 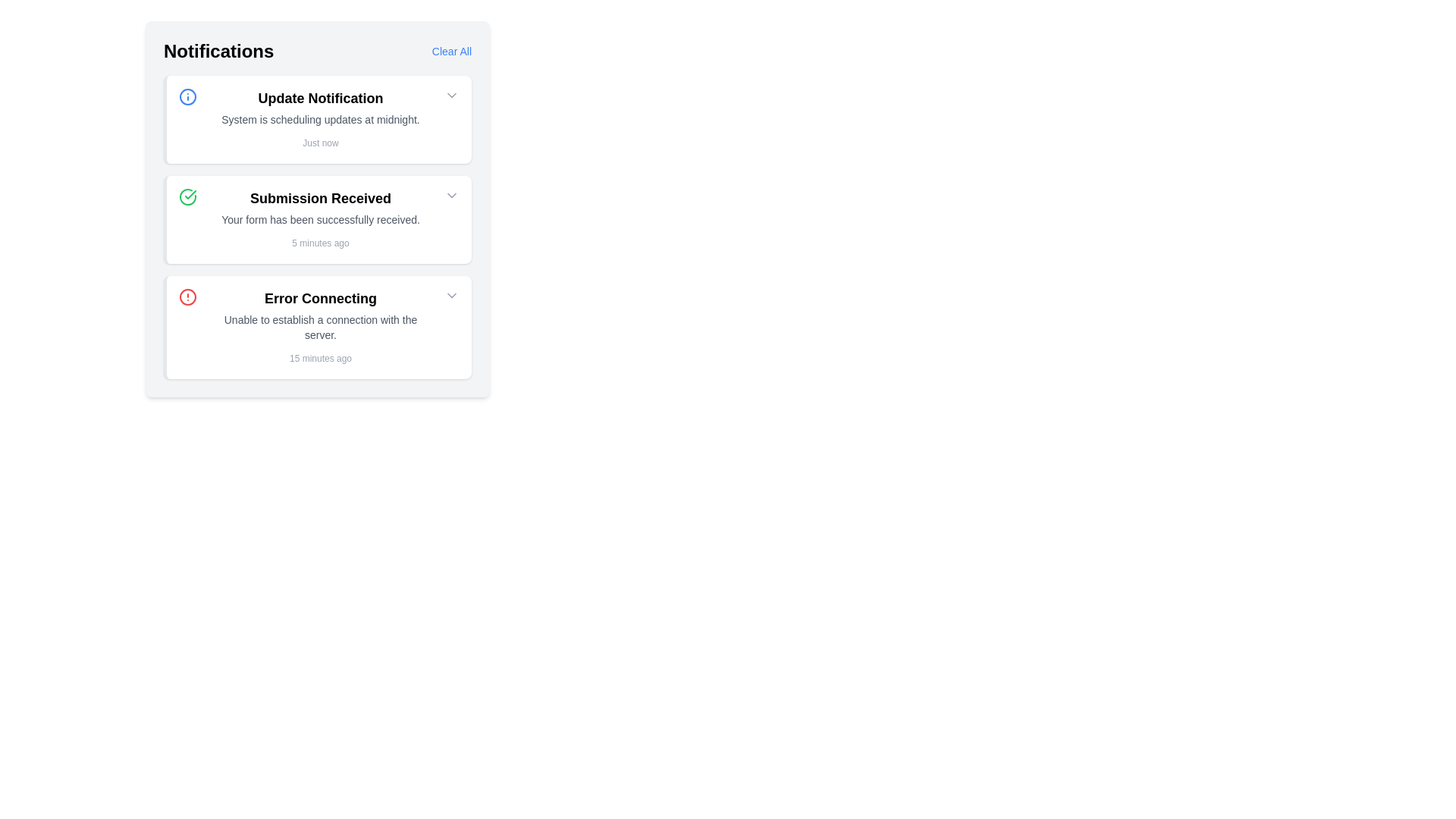 What do you see at coordinates (319, 219) in the screenshot?
I see `the second Notification block, which informs the user about the successful submission of a form, located in the main notifications list` at bounding box center [319, 219].